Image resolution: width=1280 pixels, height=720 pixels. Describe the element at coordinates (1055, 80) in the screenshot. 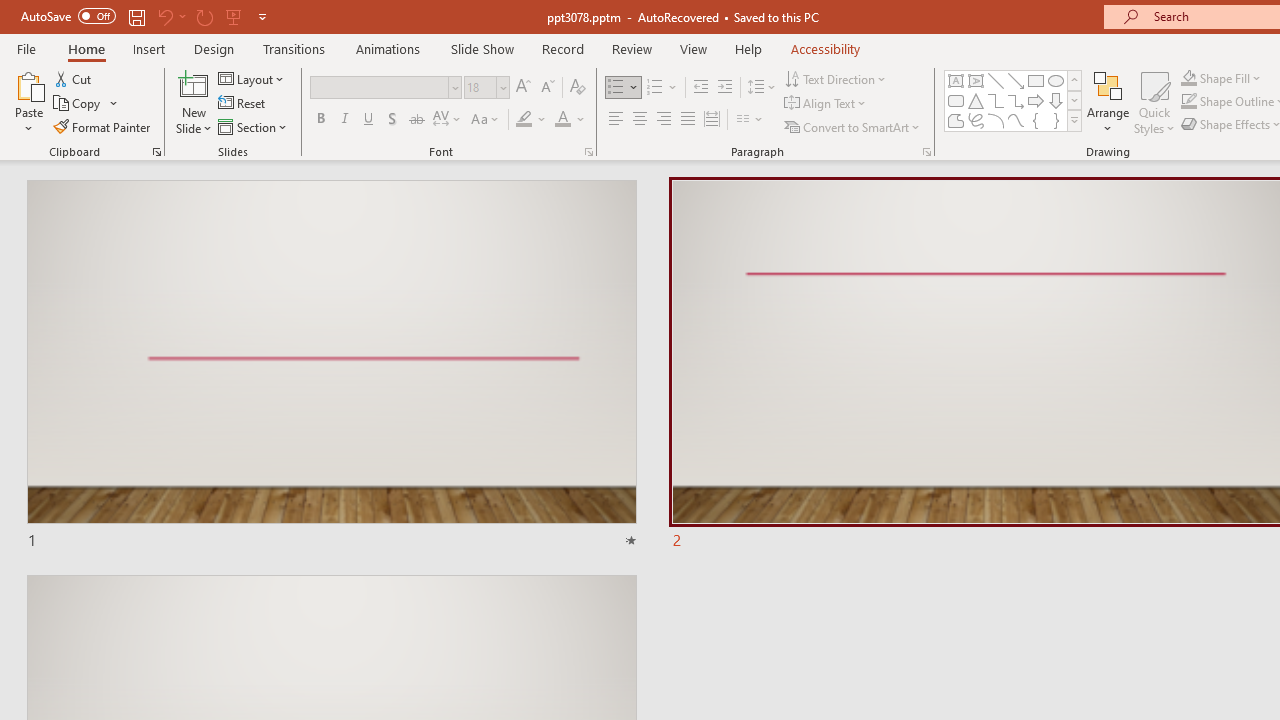

I see `'Oval'` at that location.